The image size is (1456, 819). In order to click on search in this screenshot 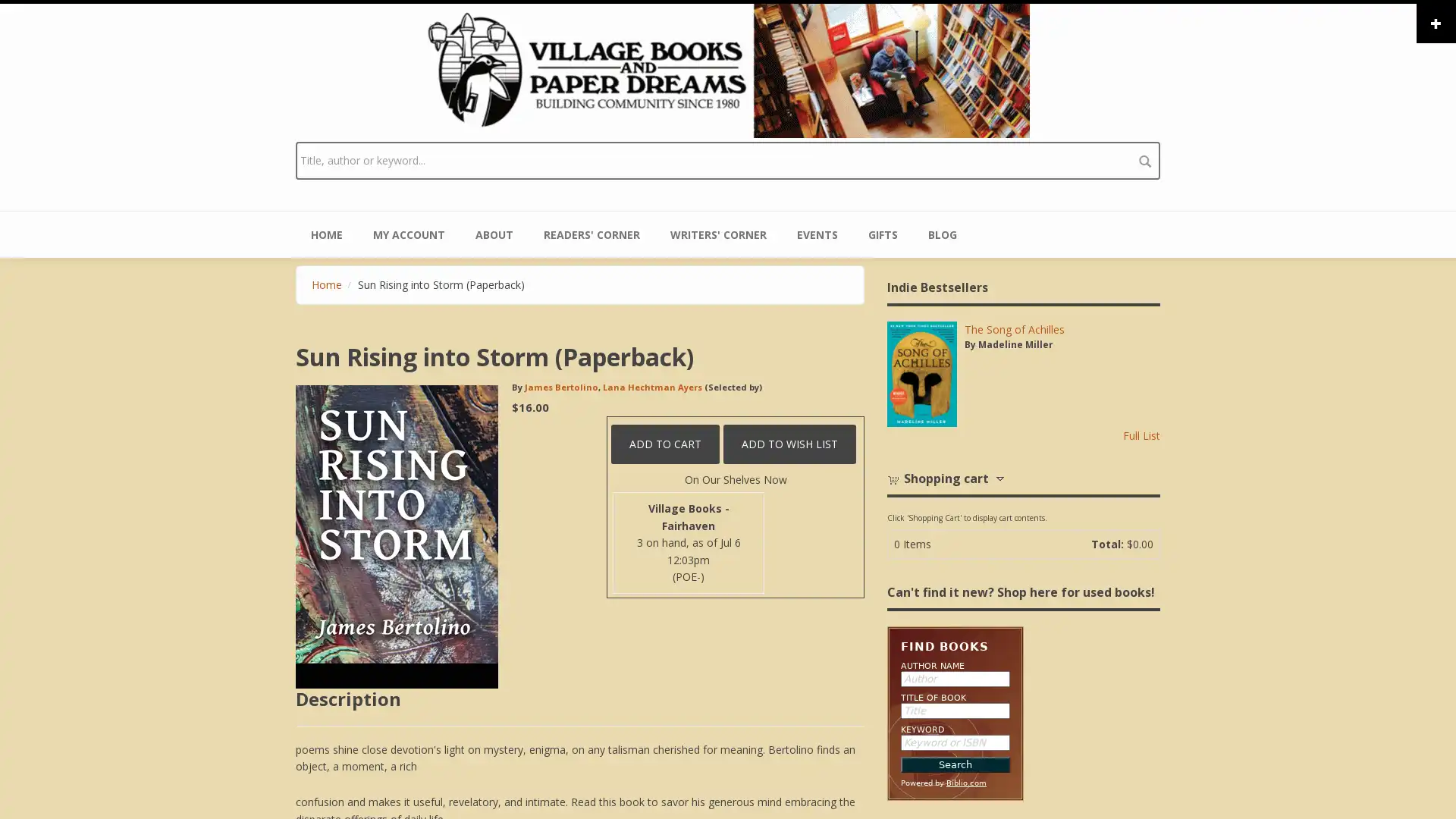, I will do `click(1145, 161)`.